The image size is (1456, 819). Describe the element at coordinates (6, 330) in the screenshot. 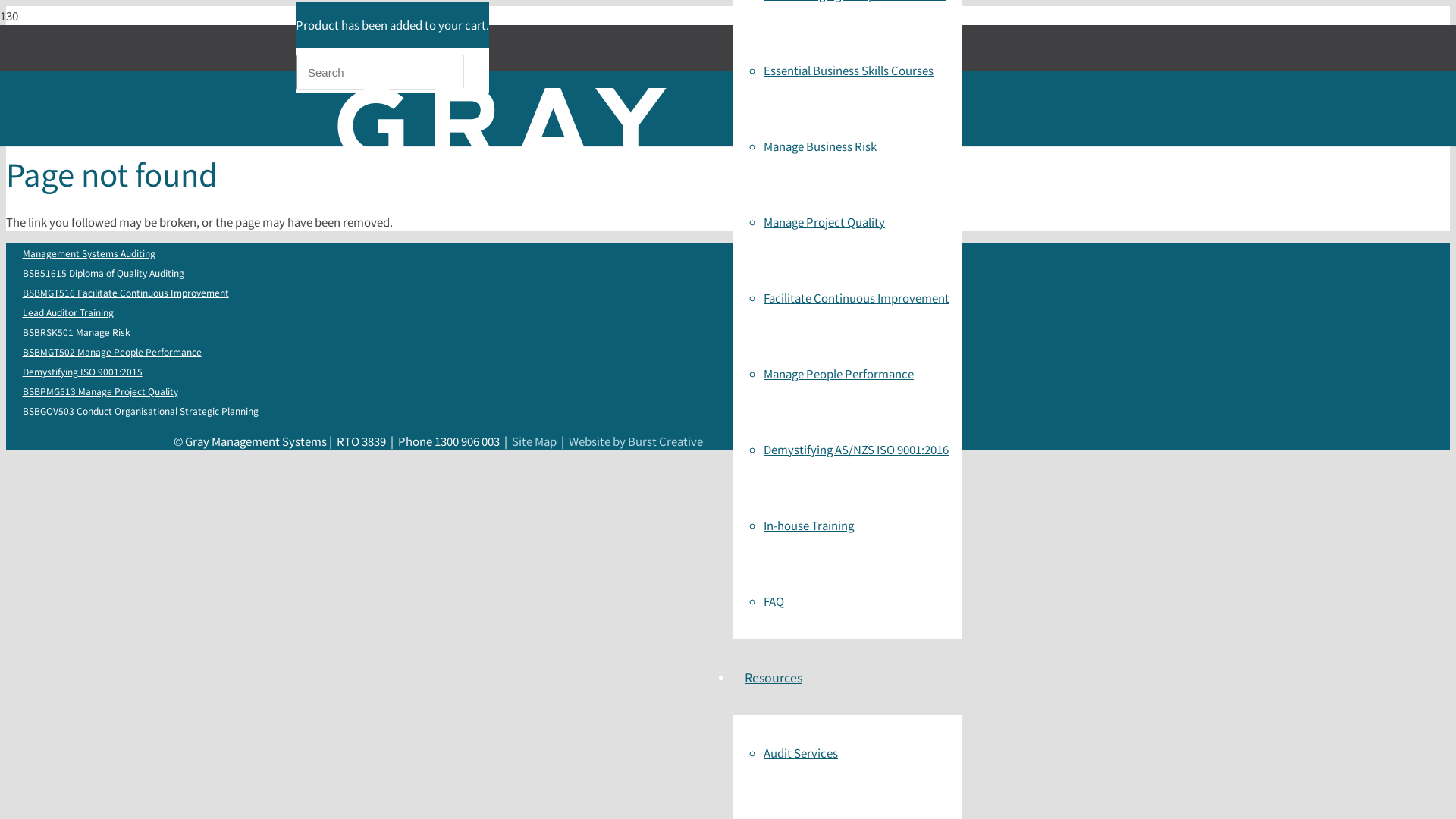

I see `'BSBRSK501 Manage Risk'` at that location.